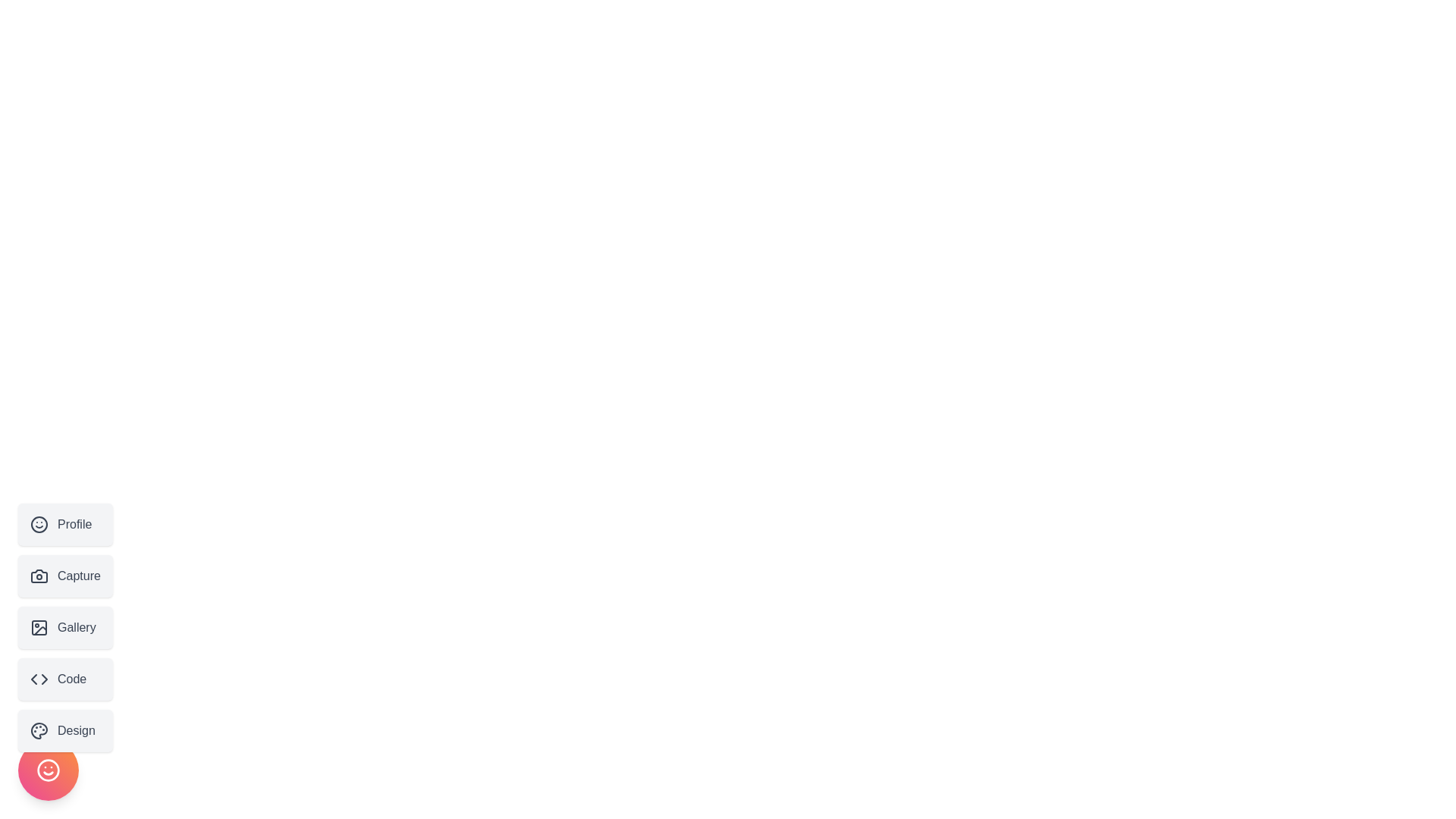  Describe the element at coordinates (74, 523) in the screenshot. I see `the 'Profile' text label, which is a bold dark gray text part of the first button in a vertical sidebar menu, located to the right of a circular smiley face icon` at that location.